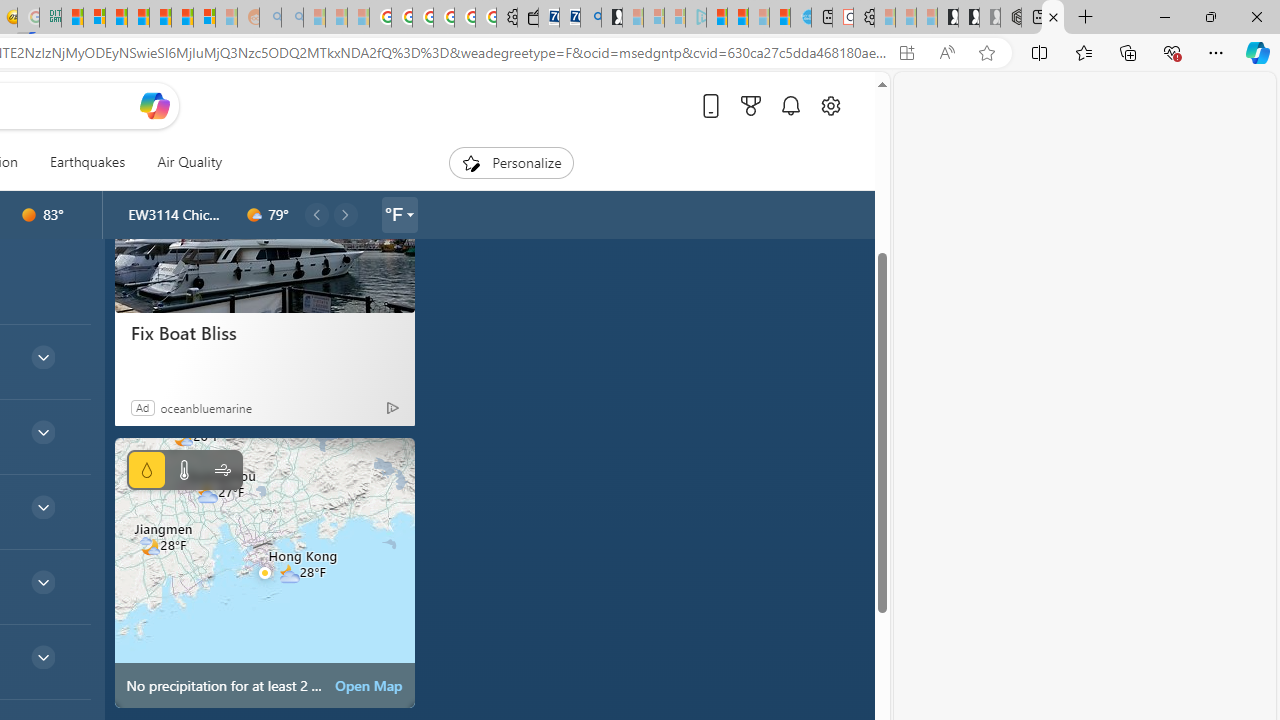 This screenshot has height=720, width=1280. I want to click on 'common/carouselChevron', so click(345, 214).